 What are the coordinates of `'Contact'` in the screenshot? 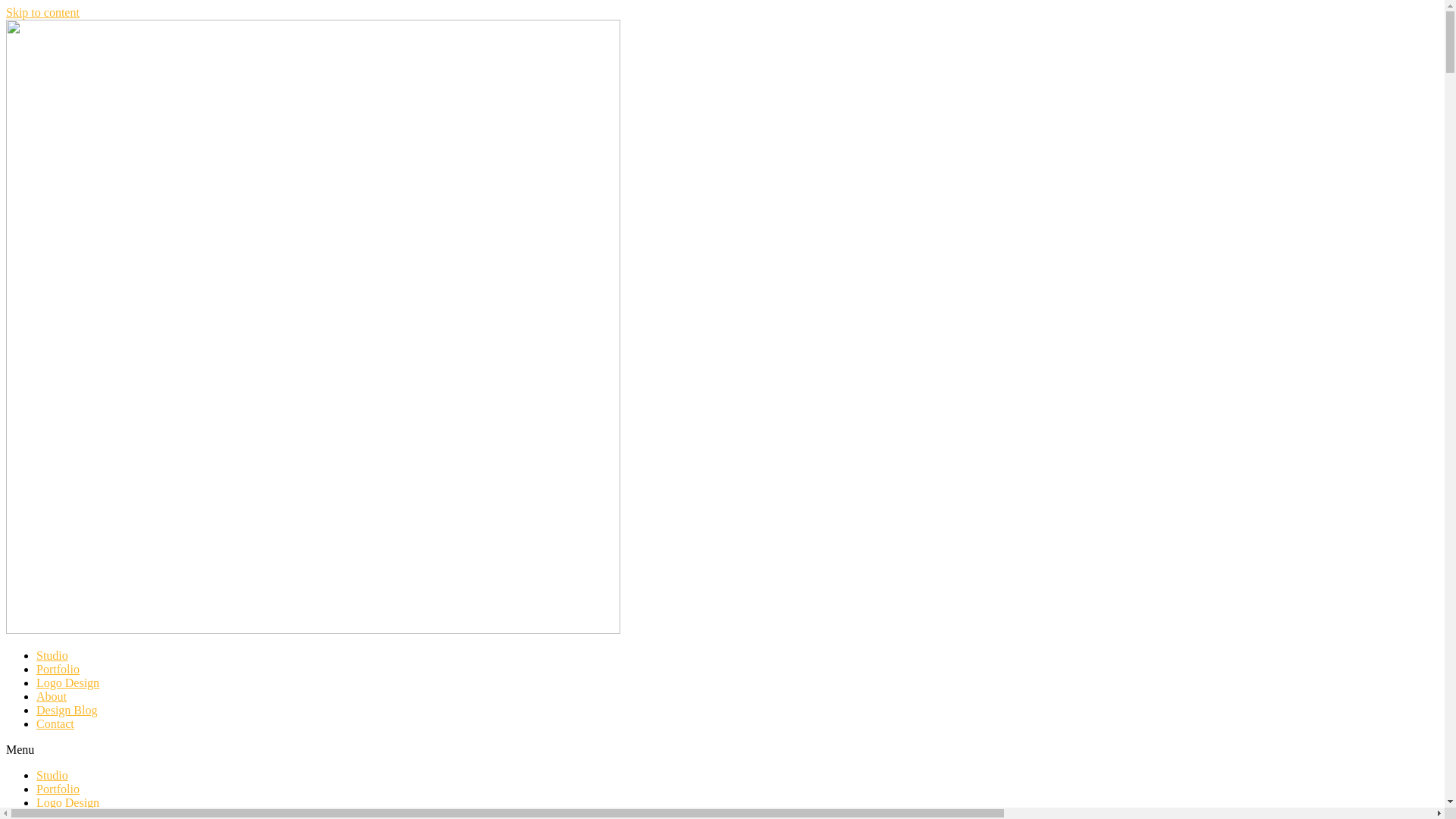 It's located at (36, 723).